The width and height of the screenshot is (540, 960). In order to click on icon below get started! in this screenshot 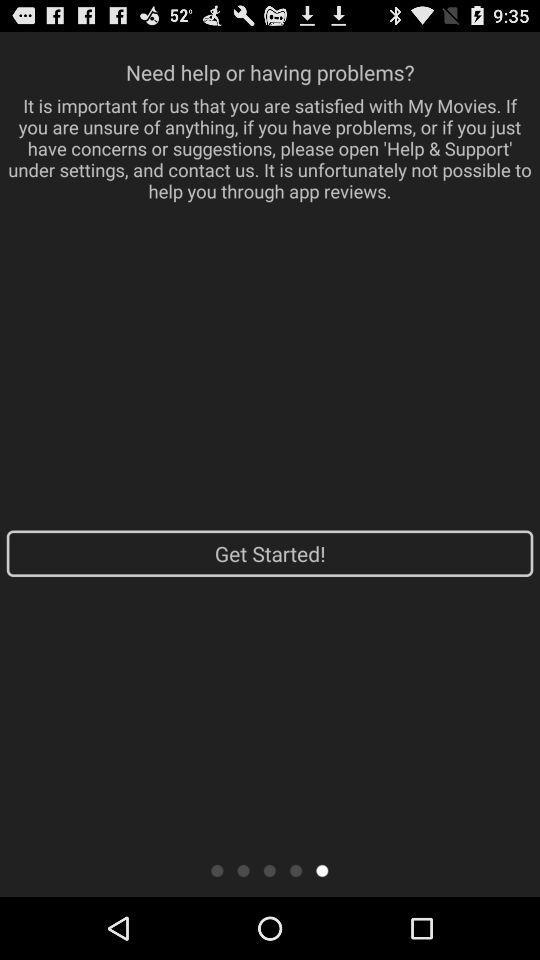, I will do `click(269, 869)`.